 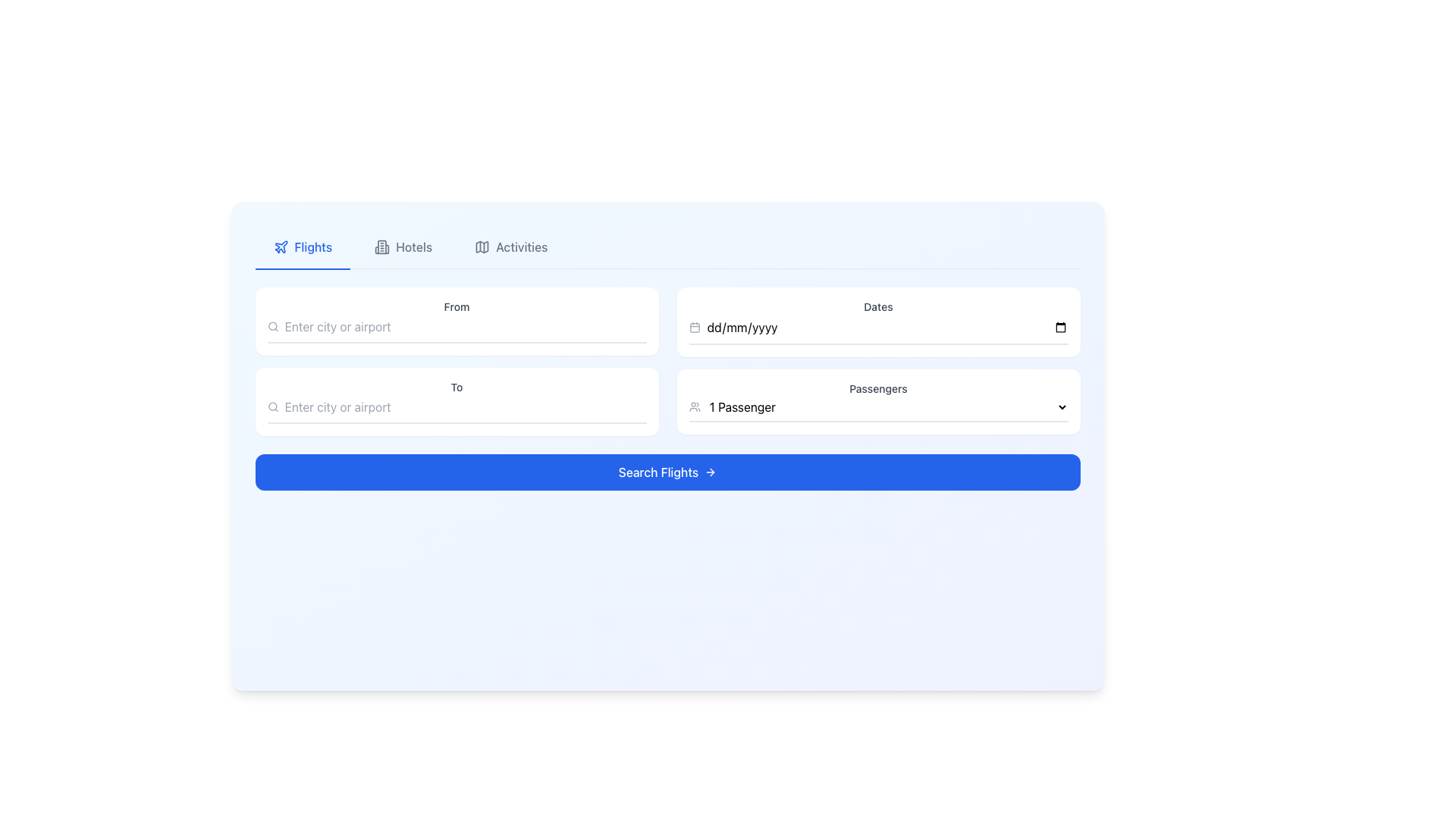 What do you see at coordinates (382, 246) in the screenshot?
I see `the 'Hotels' SVG-based icon located near the top-center of the interface, positioned between the 'Flights' and 'Activities' tabs` at bounding box center [382, 246].